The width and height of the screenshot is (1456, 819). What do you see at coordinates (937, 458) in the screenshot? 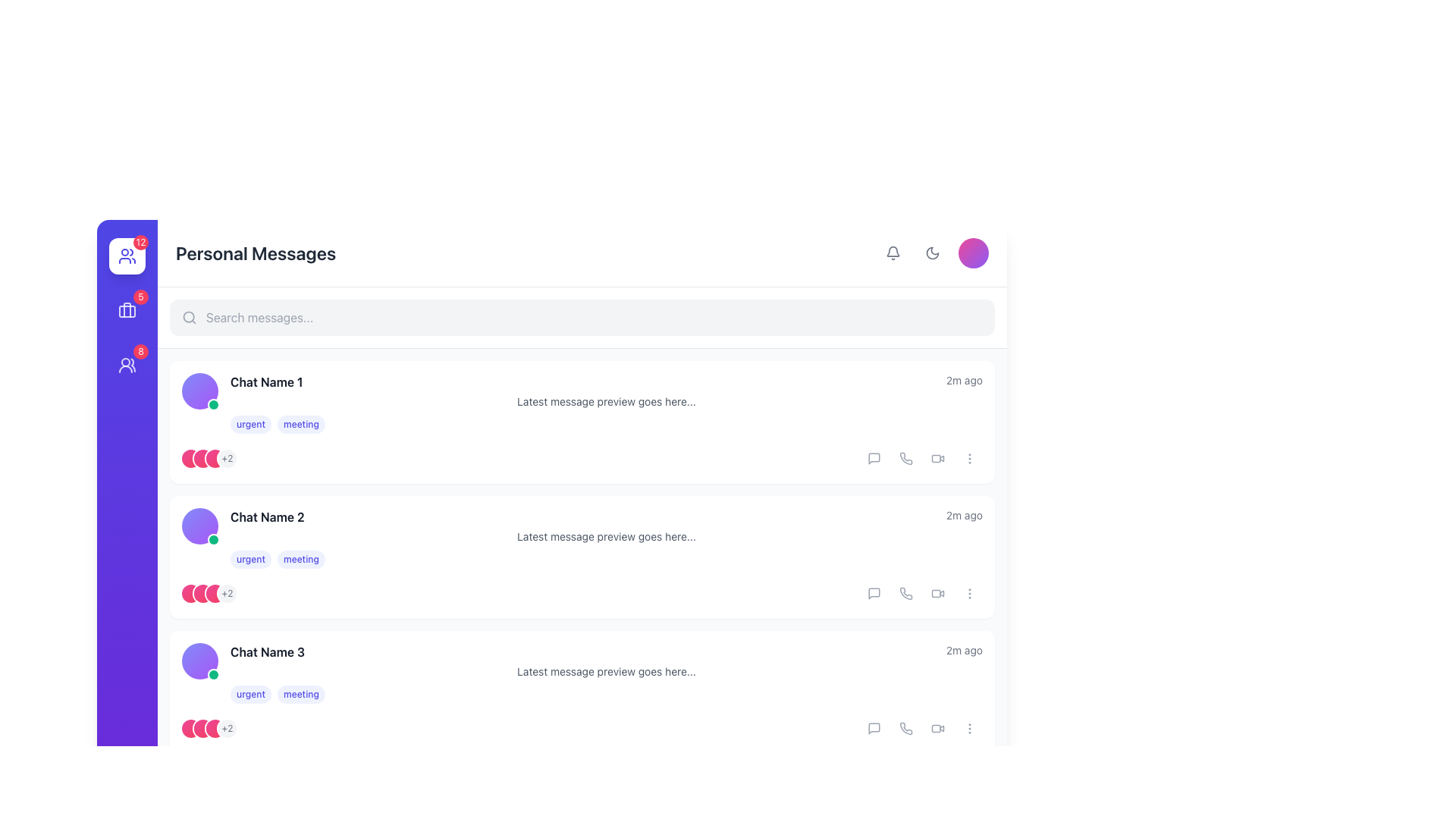
I see `the video camera icon, which is the third icon from the right in the chat message entry` at bounding box center [937, 458].